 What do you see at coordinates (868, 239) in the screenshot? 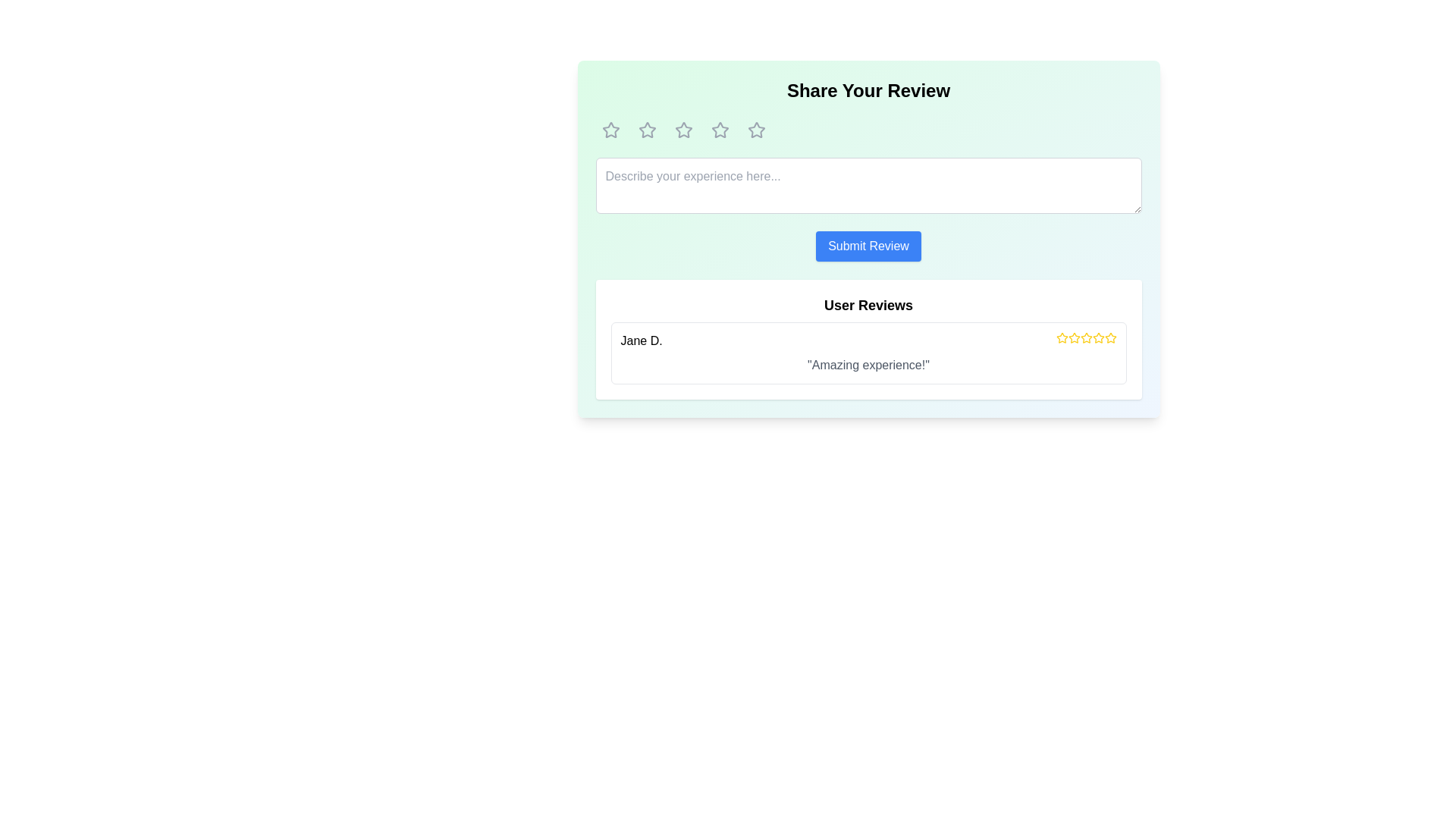
I see `the 'Submit Review' button` at bounding box center [868, 239].